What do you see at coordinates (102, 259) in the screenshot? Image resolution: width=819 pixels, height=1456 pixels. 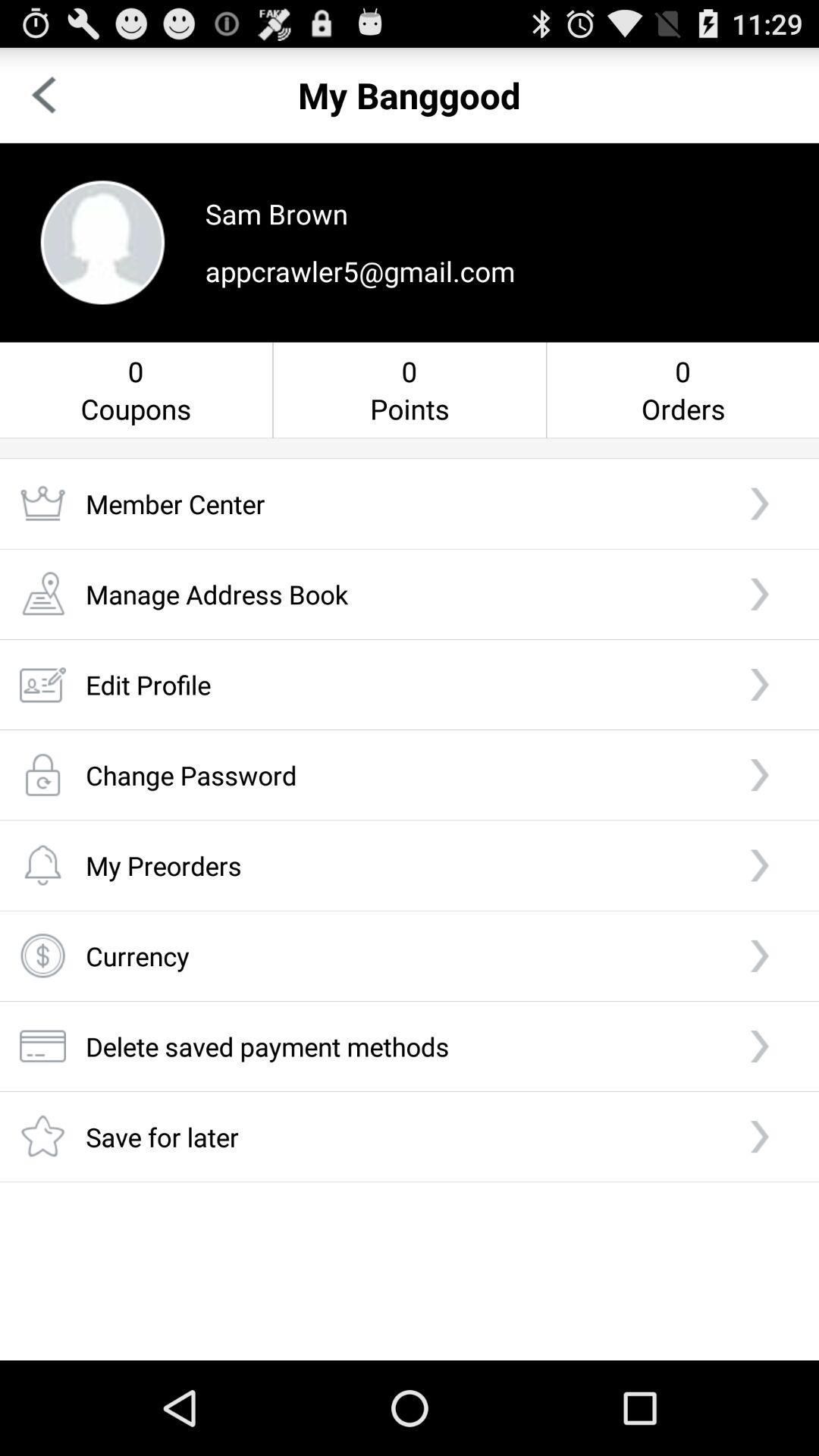 I see `the avatar icon` at bounding box center [102, 259].